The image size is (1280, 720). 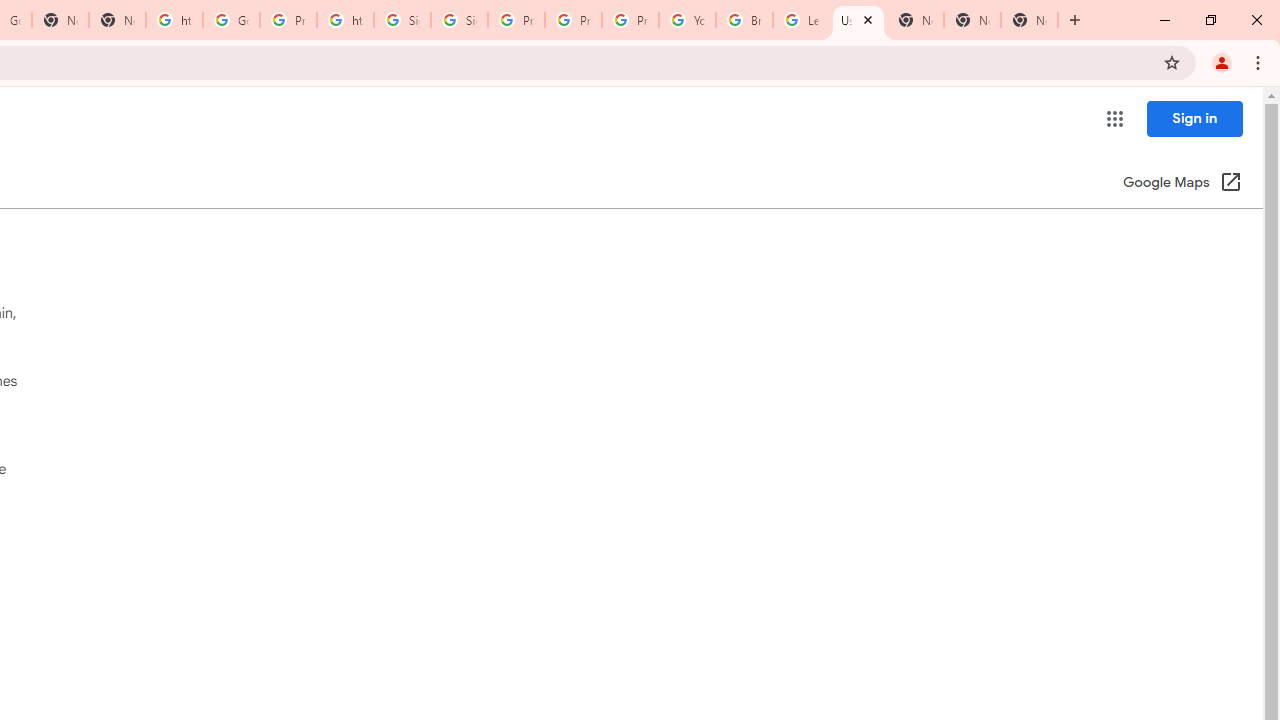 I want to click on 'Privacy Help Center - Policies Help', so click(x=516, y=20).